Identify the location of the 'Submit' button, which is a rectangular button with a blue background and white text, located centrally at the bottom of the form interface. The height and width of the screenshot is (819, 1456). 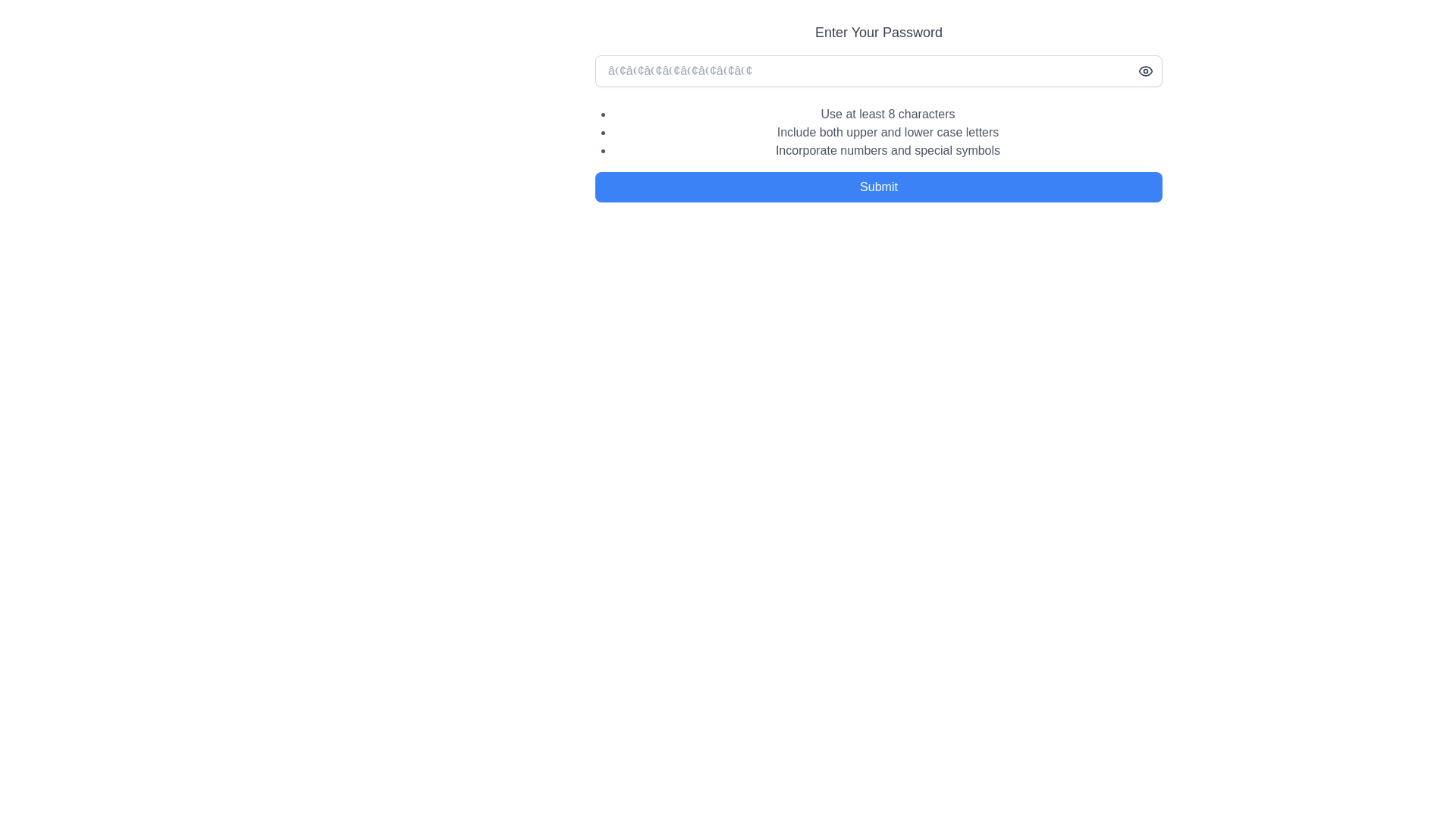
(878, 186).